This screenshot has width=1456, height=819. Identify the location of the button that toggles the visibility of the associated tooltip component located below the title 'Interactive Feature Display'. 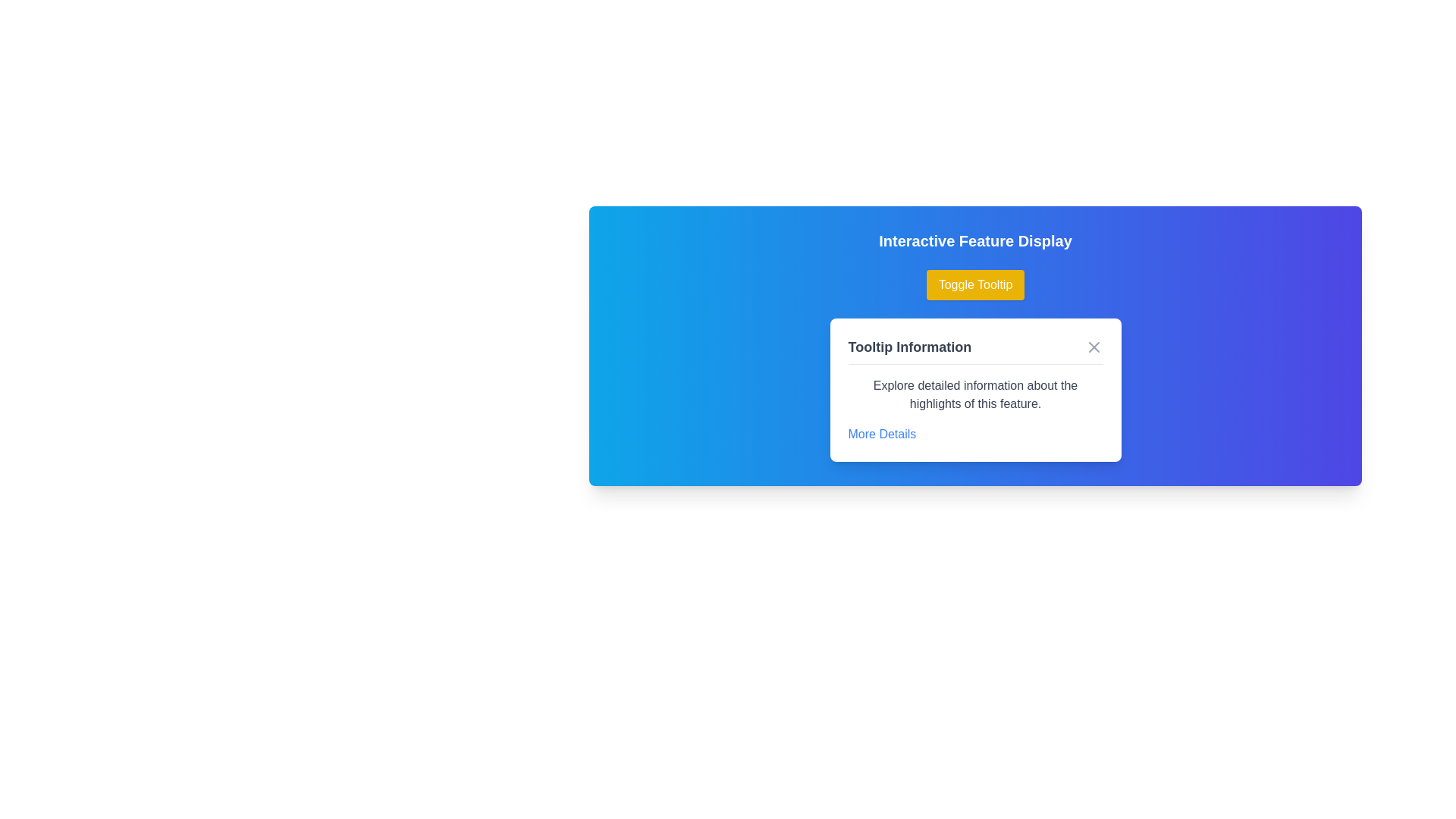
(975, 284).